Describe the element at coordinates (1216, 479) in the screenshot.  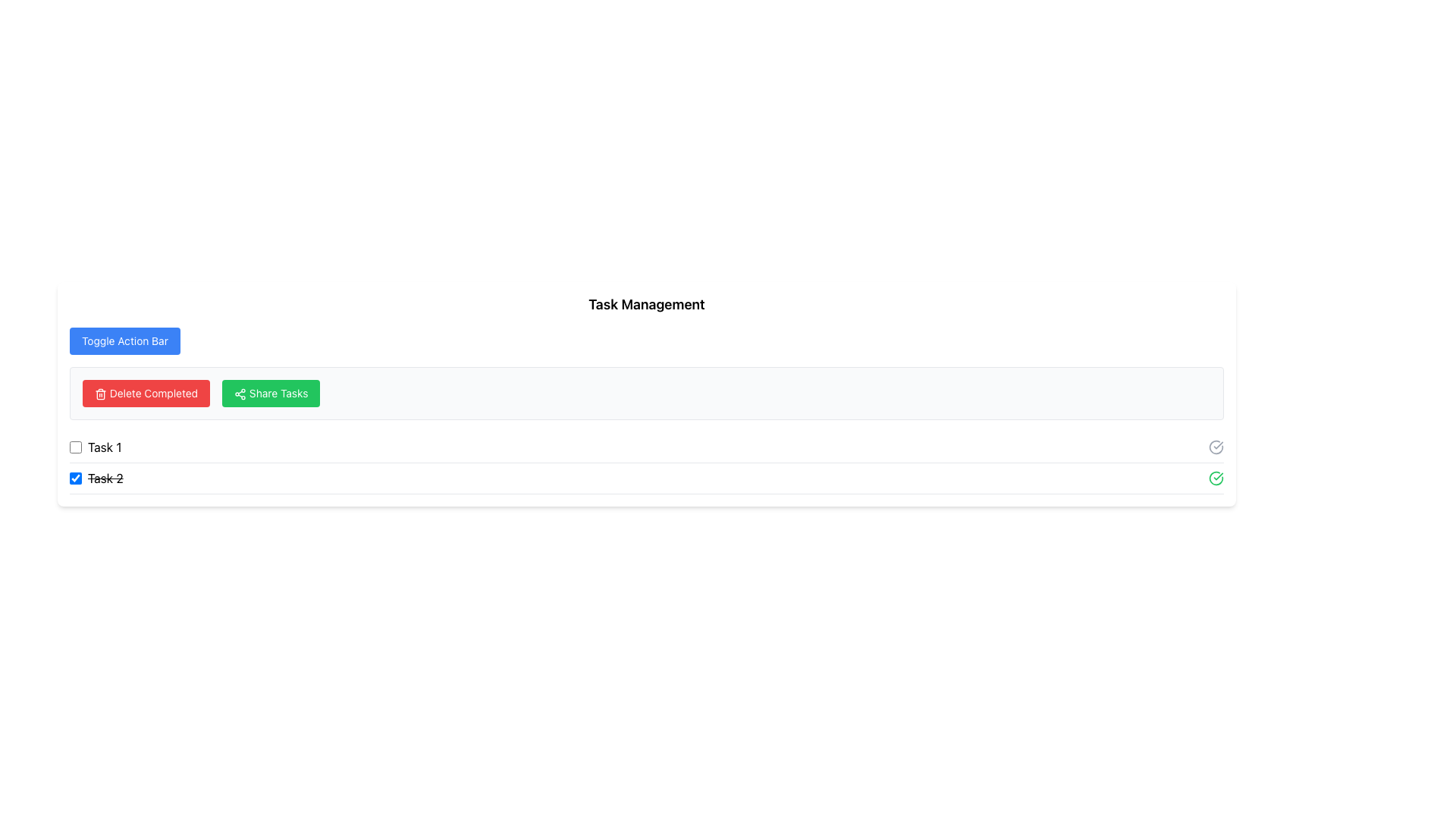
I see `the green checkmark graphical icon located at the right end of the second task item in the task management list` at that location.